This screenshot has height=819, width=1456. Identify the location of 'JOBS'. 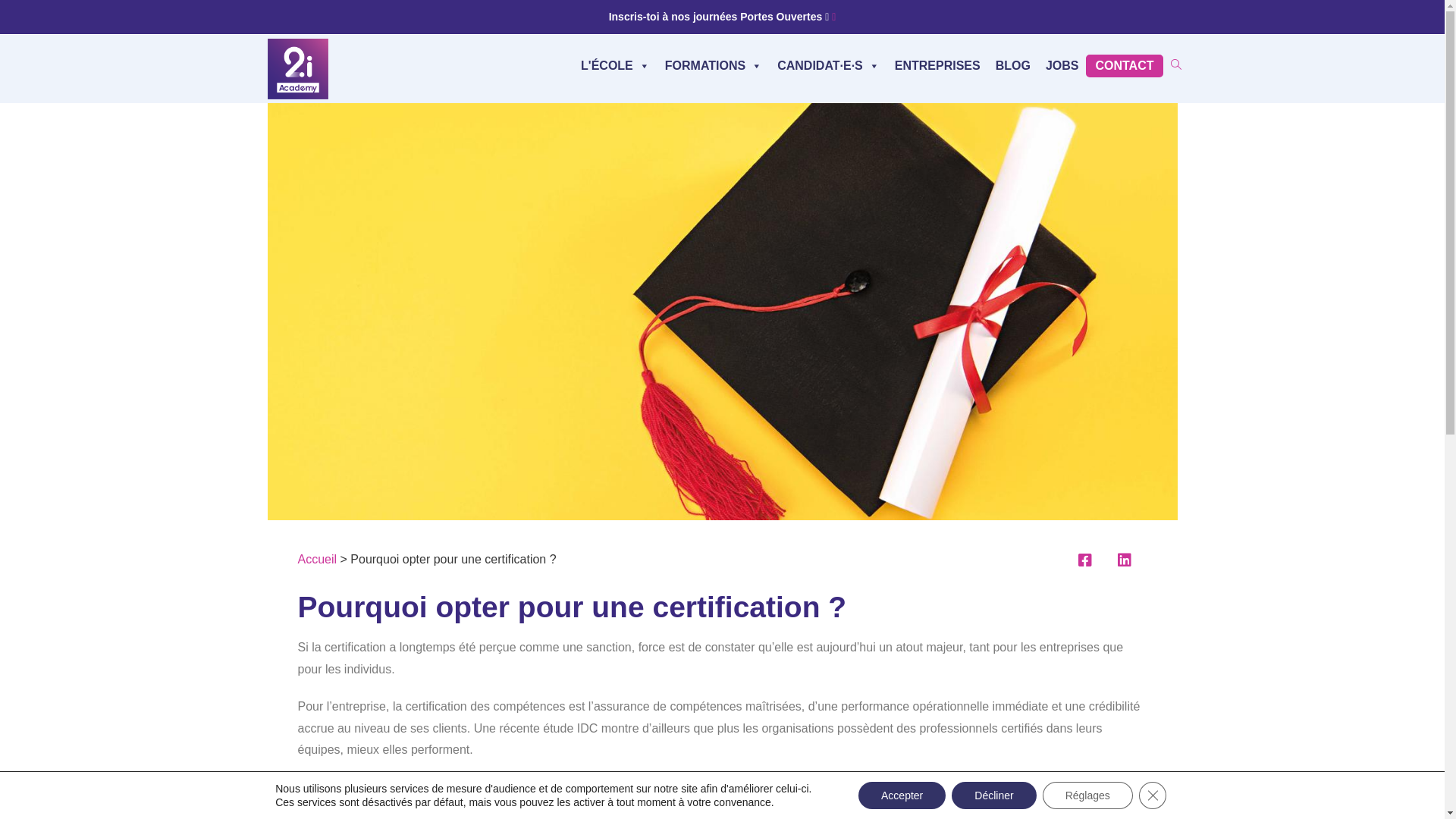
(1062, 65).